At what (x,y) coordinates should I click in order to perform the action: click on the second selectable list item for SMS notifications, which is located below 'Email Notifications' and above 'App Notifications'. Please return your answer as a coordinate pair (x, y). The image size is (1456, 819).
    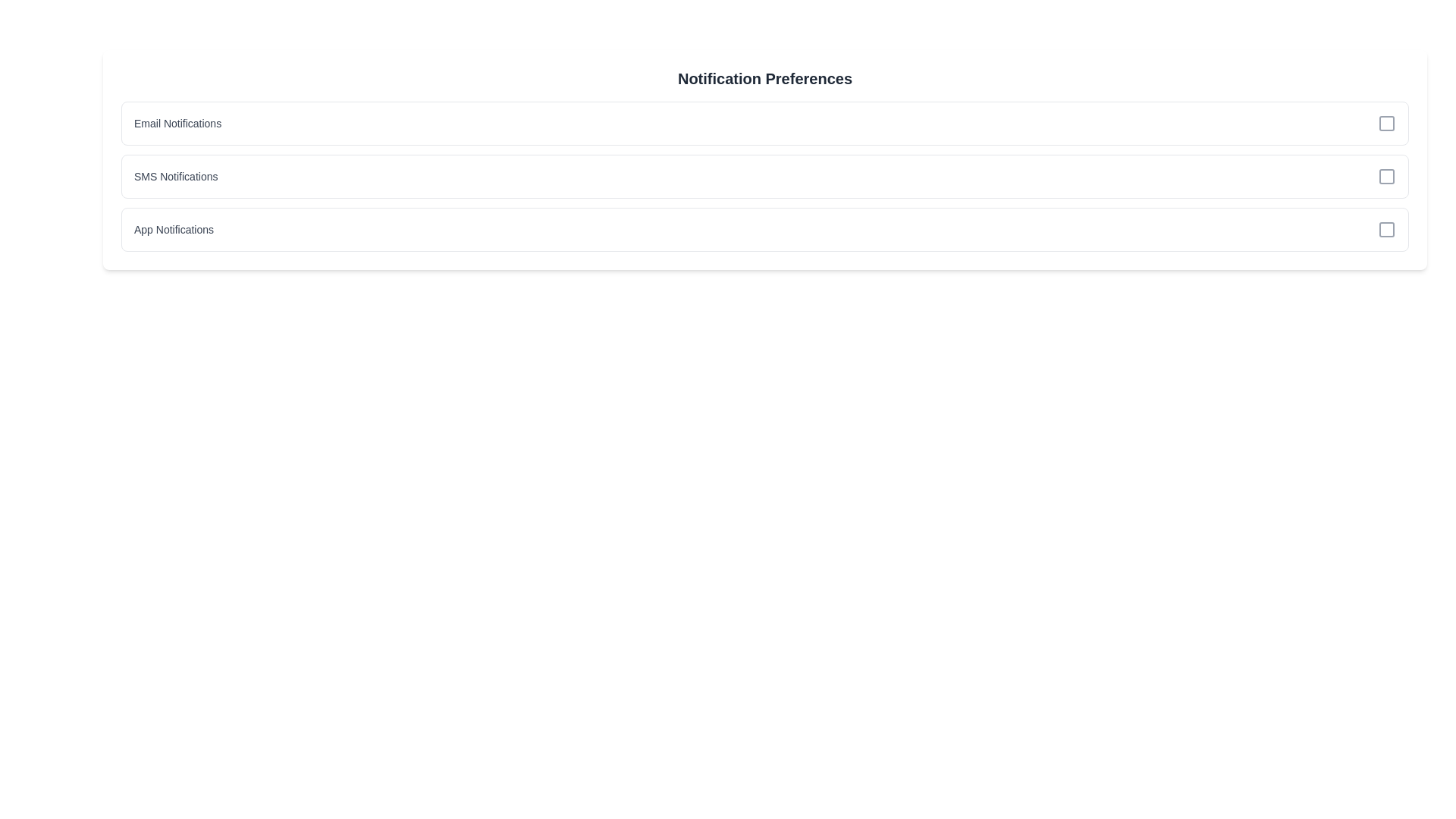
    Looking at the image, I should click on (764, 175).